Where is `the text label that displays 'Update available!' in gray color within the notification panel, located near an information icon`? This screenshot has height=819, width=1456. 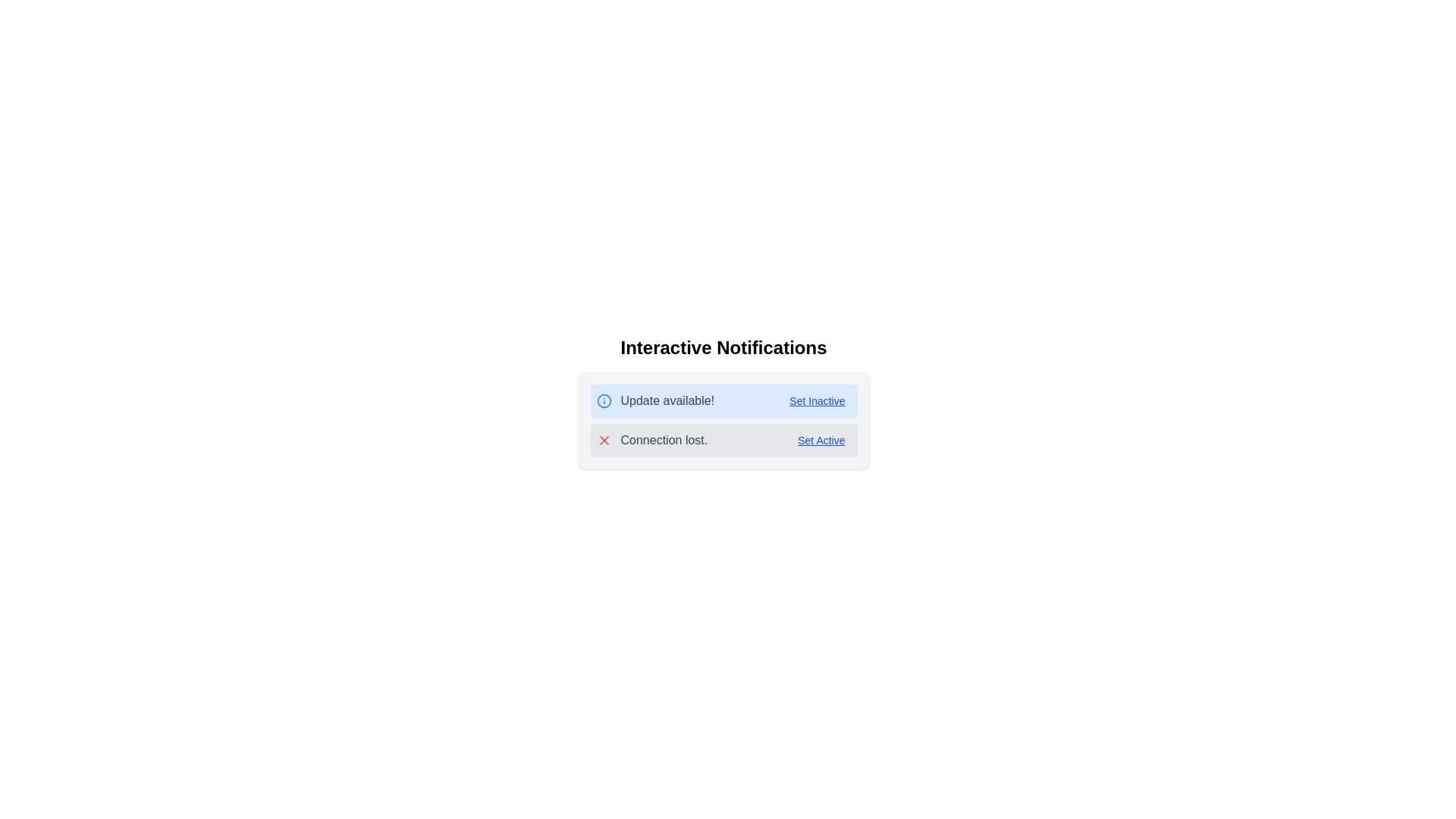
the text label that displays 'Update available!' in gray color within the notification panel, located near an information icon is located at coordinates (667, 400).